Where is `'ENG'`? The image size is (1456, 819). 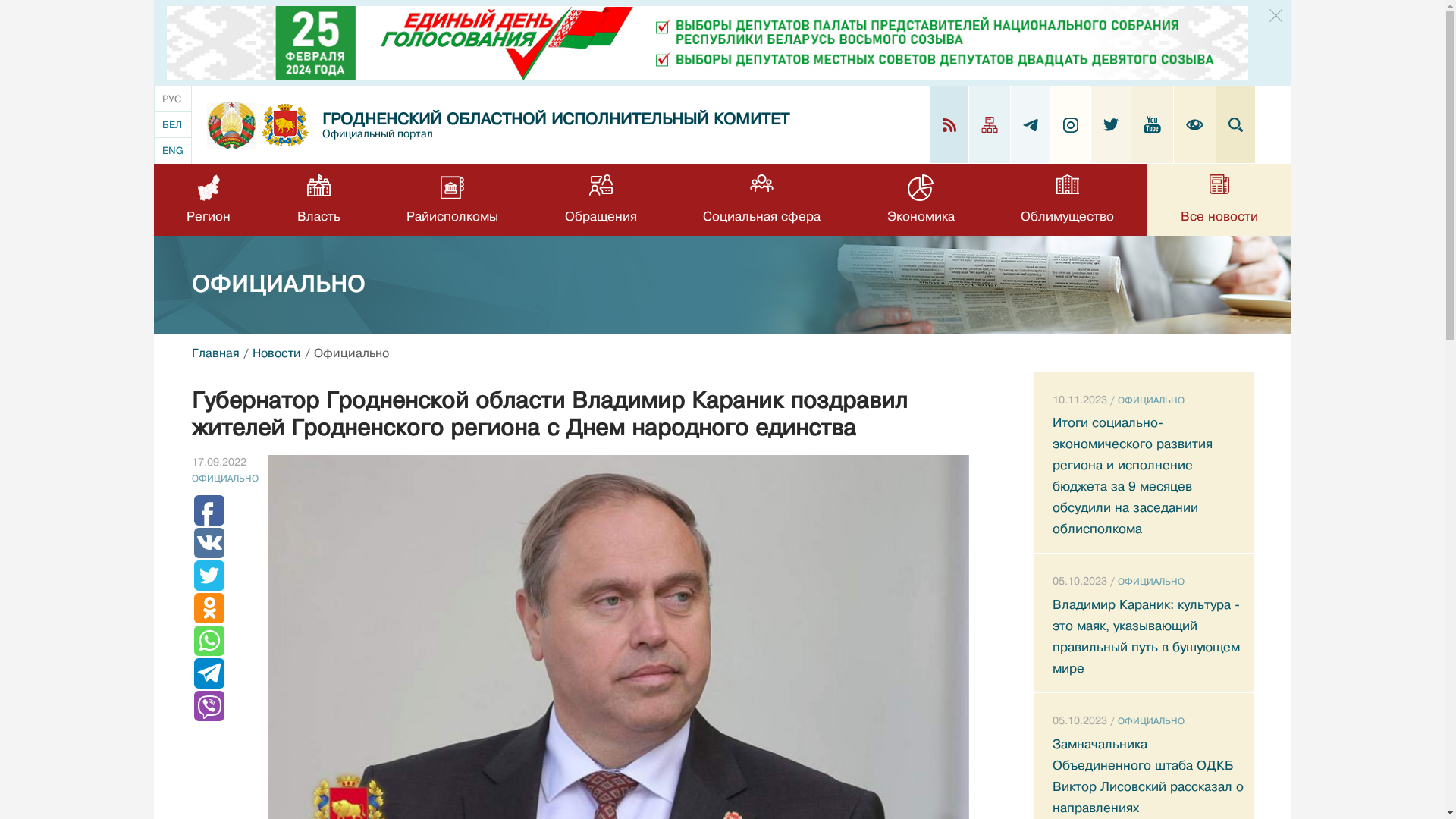 'ENG' is located at coordinates (172, 150).